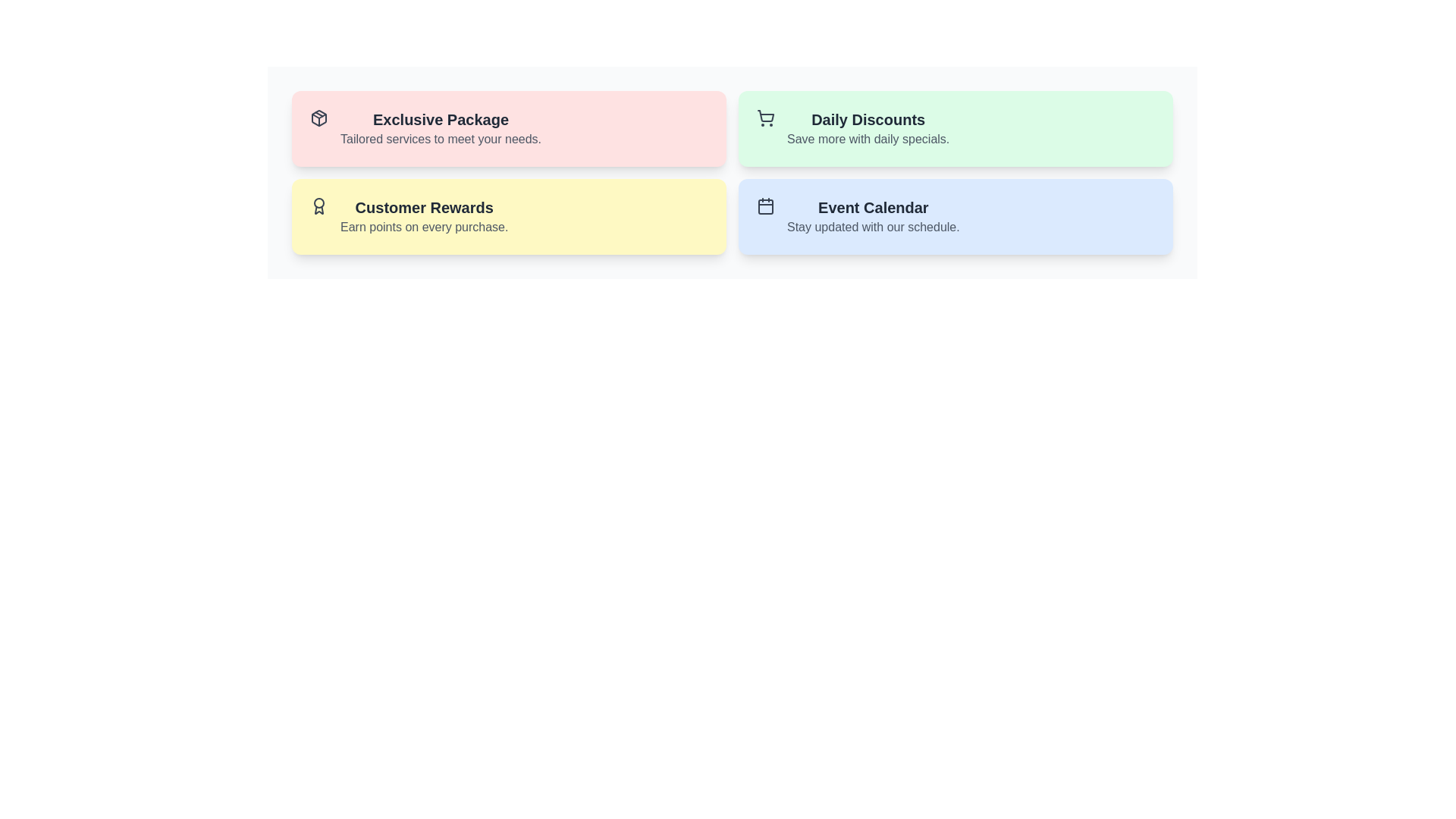 Image resolution: width=1456 pixels, height=819 pixels. I want to click on text displayed in gray color that says 'Save more with daily specials.' located under the heading 'Daily Discounts' in the top-right section of the interface, so click(868, 140).